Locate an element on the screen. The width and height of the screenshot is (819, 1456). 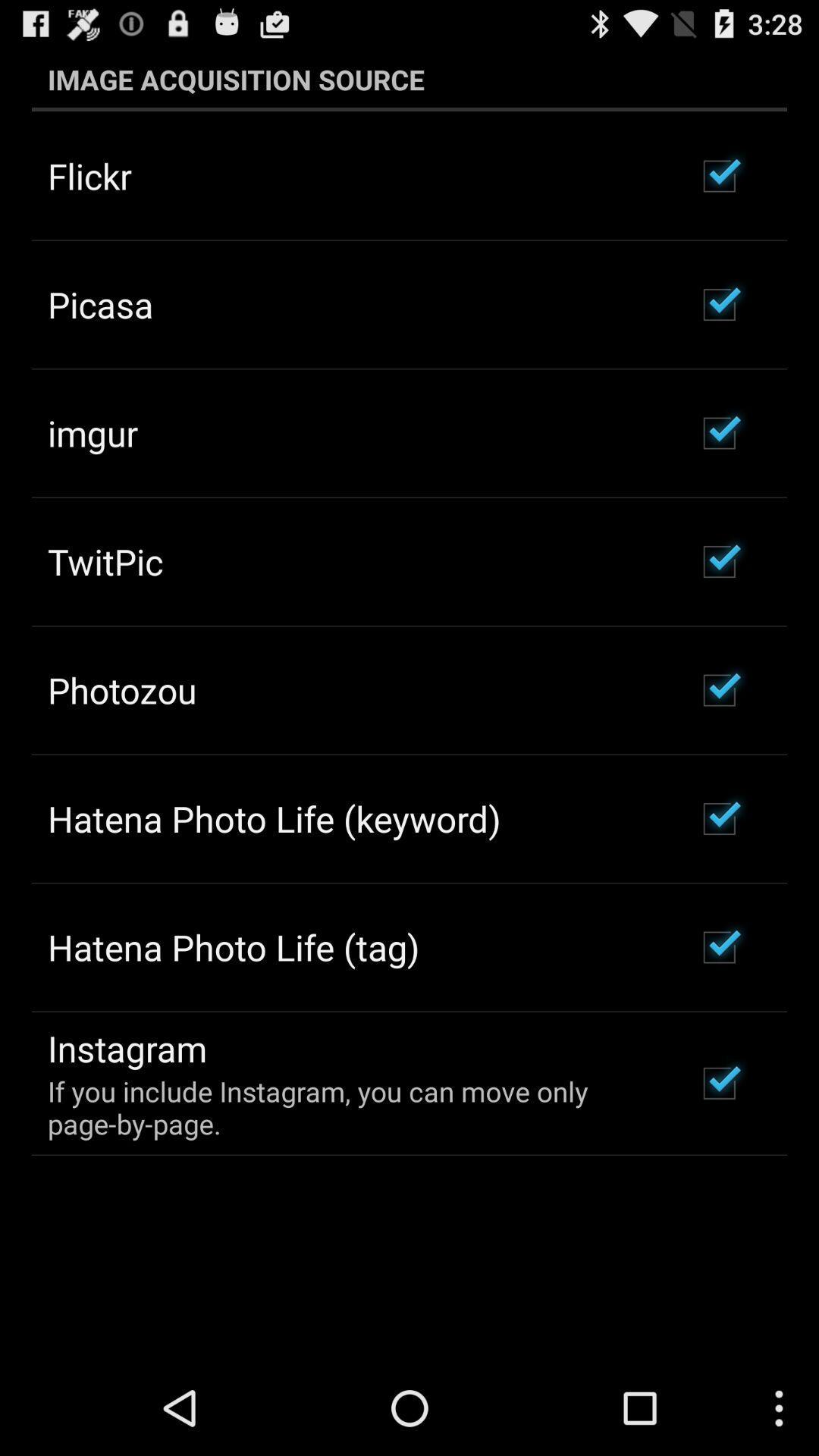
the picasa is located at coordinates (100, 303).